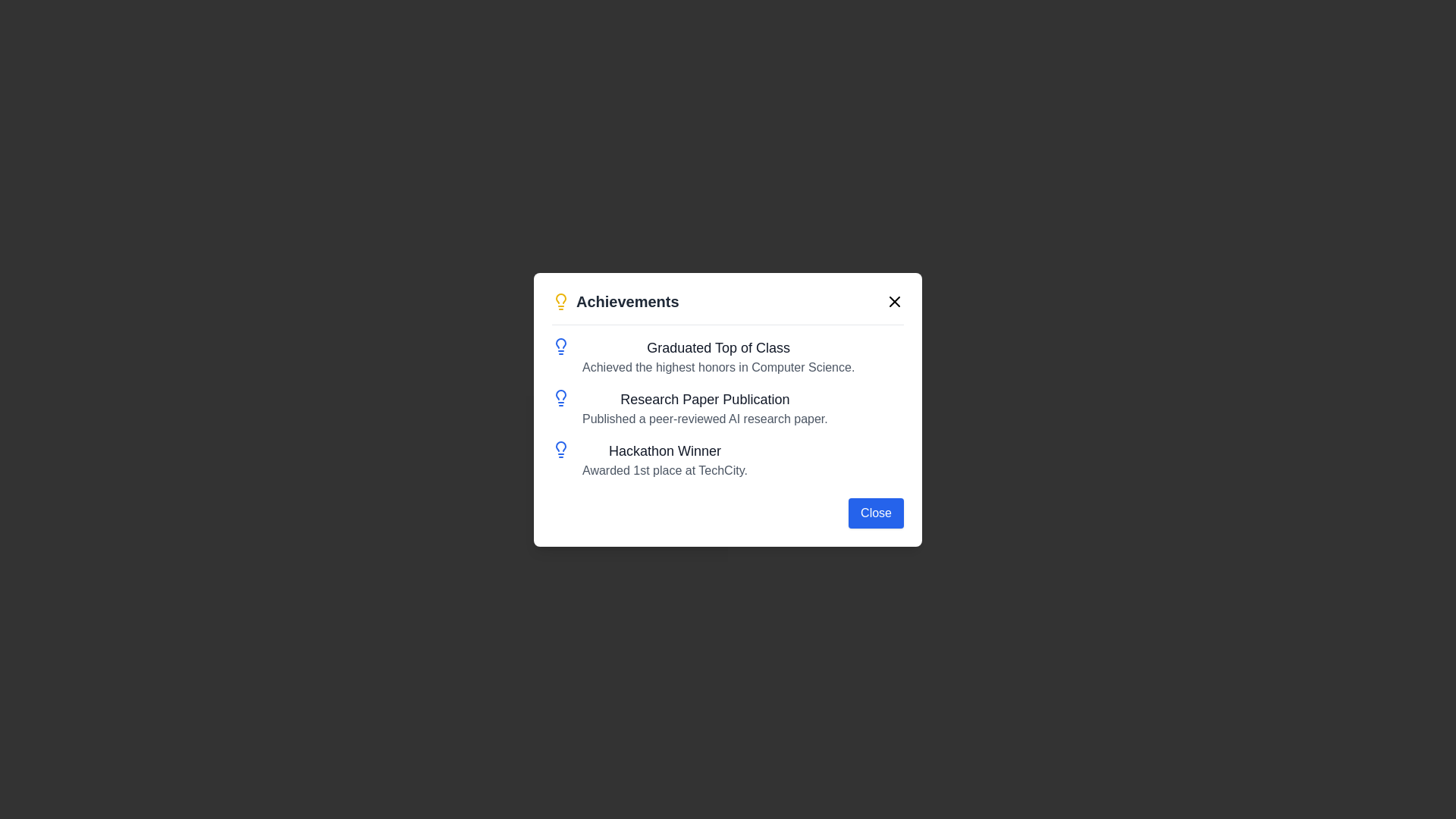 The image size is (1456, 819). I want to click on the blue lightbulb icon associated with the 'Hackathon Winner' achievement, which is the third item in the list of achievements, so click(728, 459).